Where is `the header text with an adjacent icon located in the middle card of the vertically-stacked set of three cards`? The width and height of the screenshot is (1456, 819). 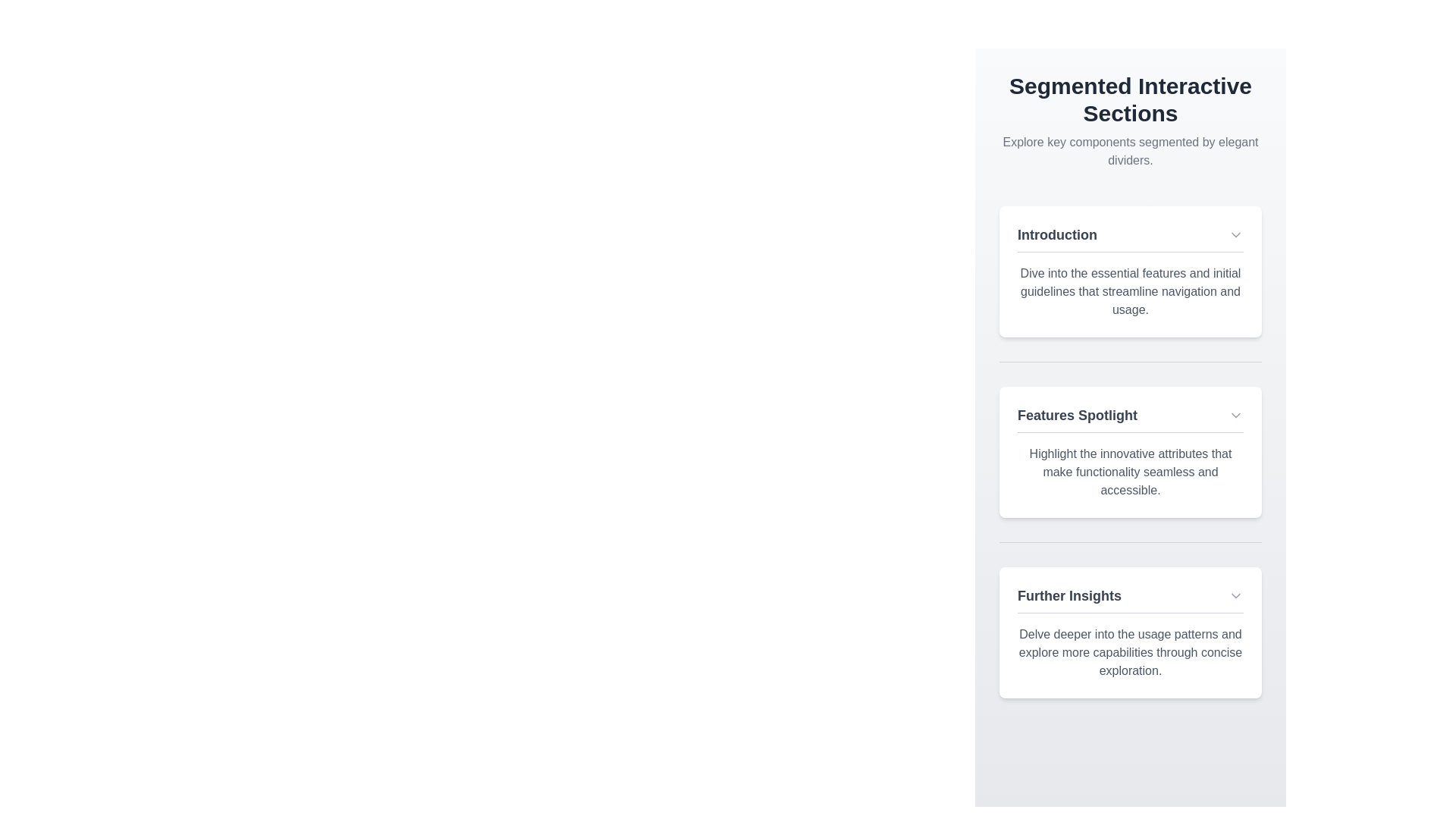
the header text with an adjacent icon located in the middle card of the vertically-stacked set of three cards is located at coordinates (1131, 419).